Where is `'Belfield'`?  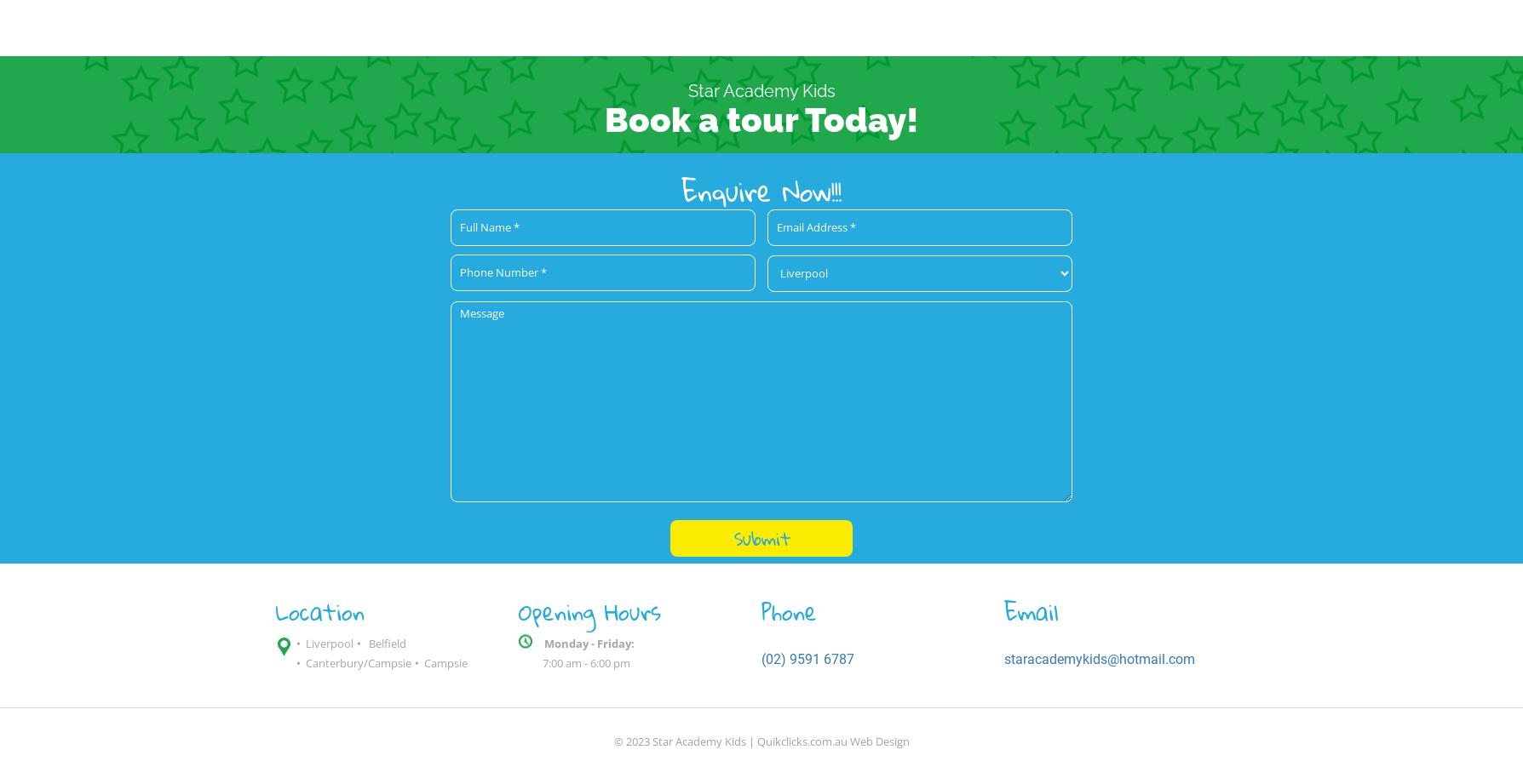
'Belfield' is located at coordinates (386, 643).